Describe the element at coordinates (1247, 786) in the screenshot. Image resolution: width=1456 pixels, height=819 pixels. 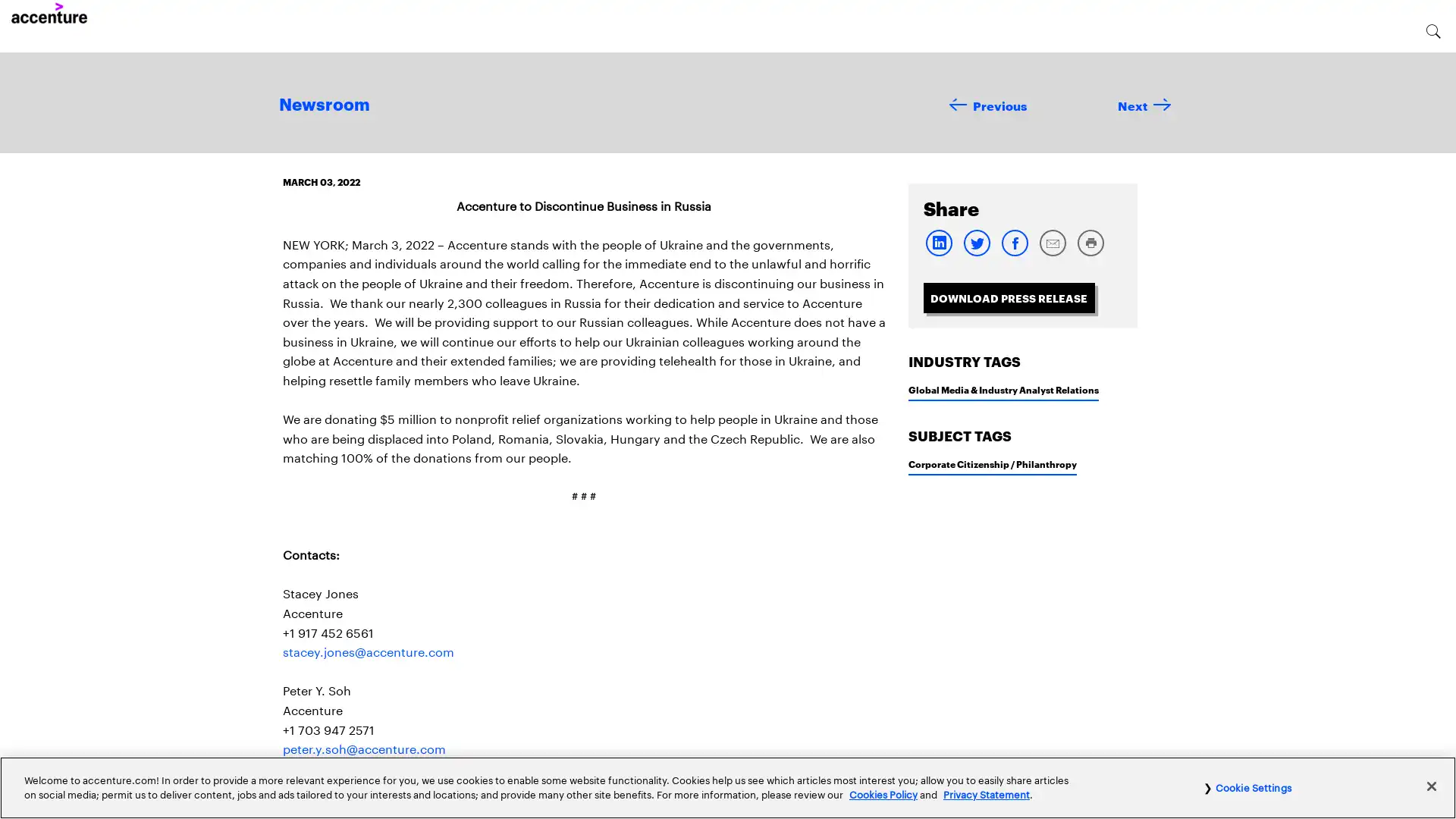
I see `Cookie Settings` at that location.